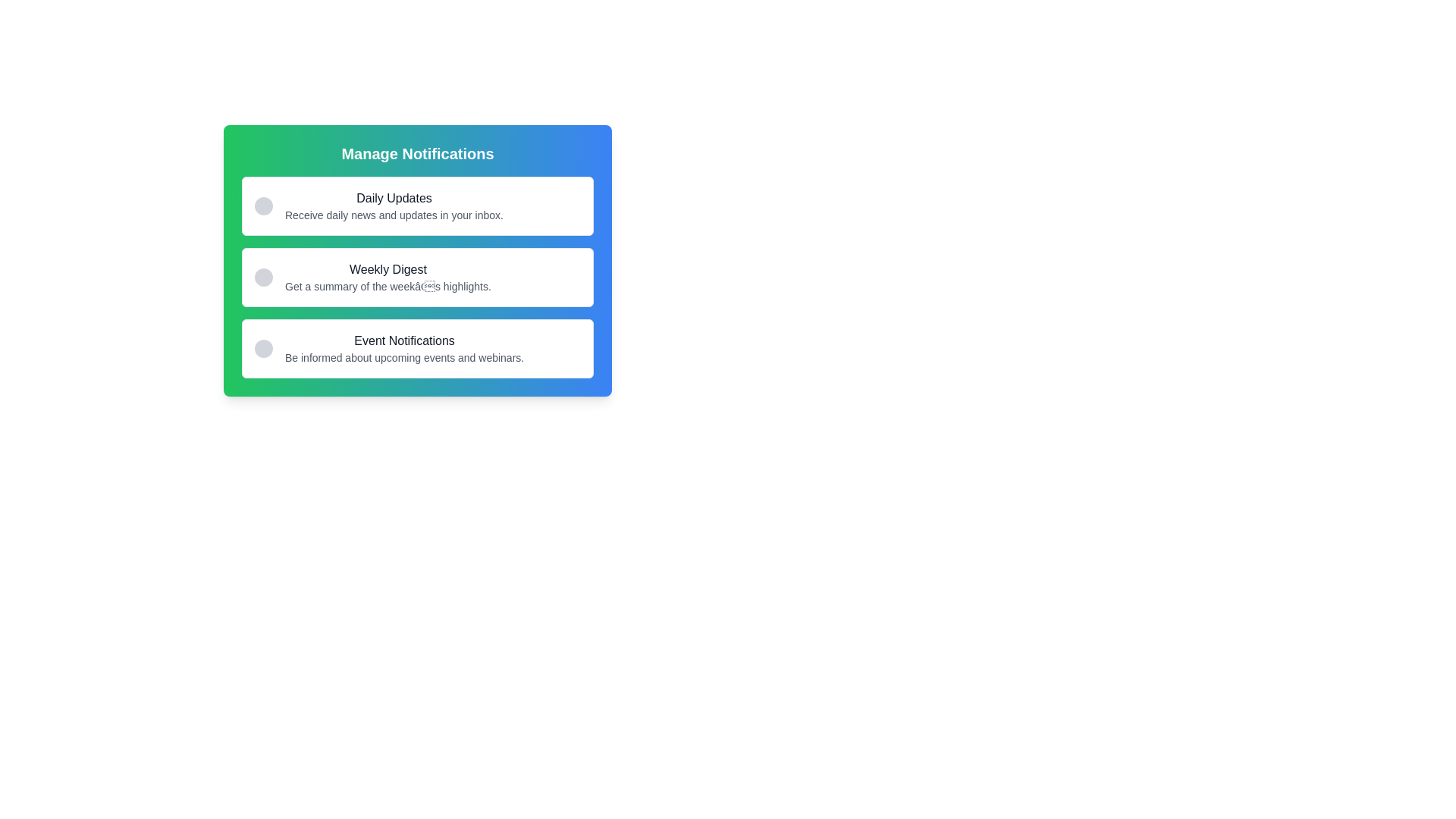 The image size is (1456, 819). Describe the element at coordinates (263, 348) in the screenshot. I see `the leftmost circular toggle button in the 'Event Notifications' section` at that location.